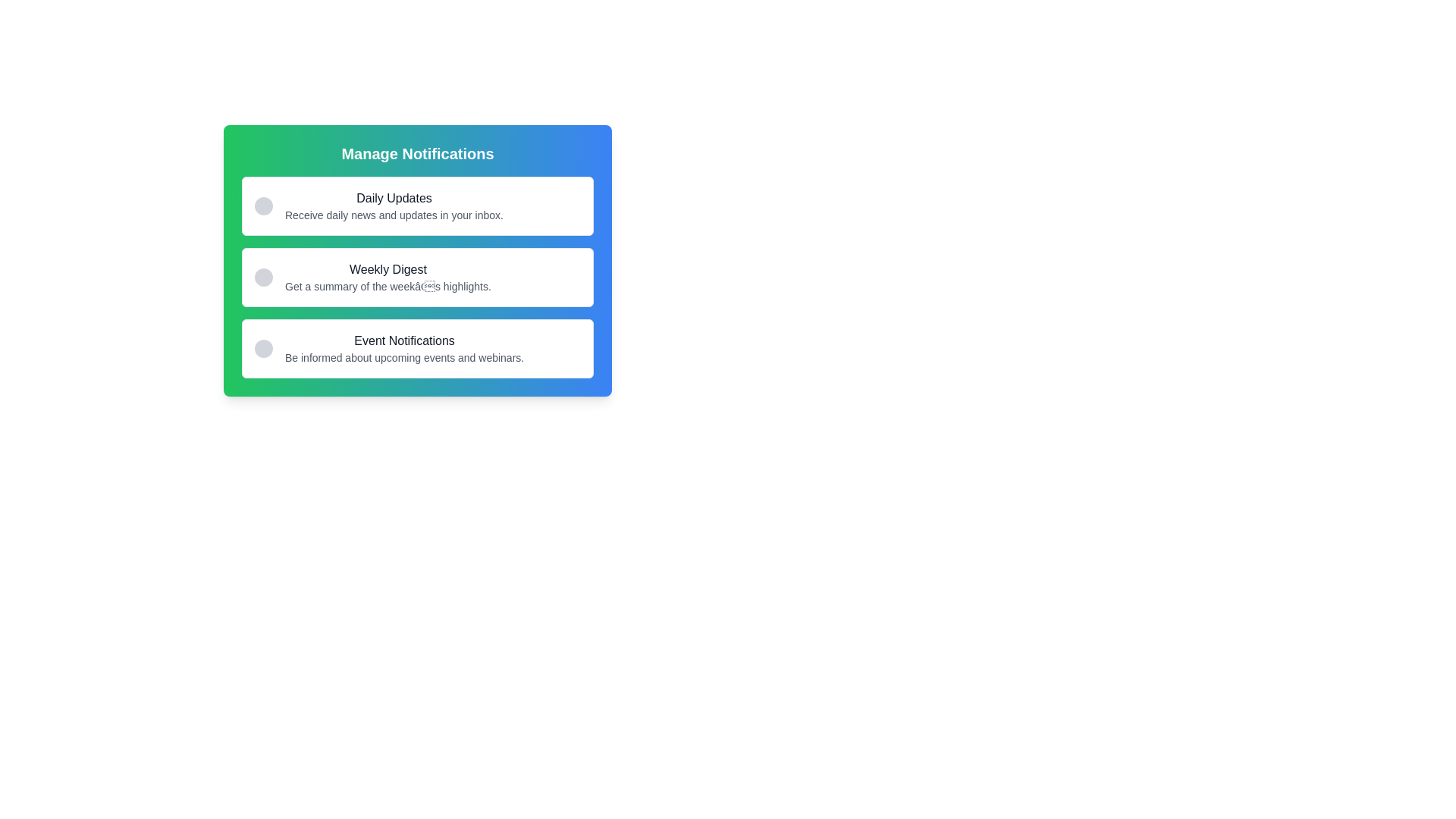 The image size is (1456, 819). Describe the element at coordinates (263, 348) in the screenshot. I see `the leftmost circular toggle button in the 'Event Notifications' section` at that location.